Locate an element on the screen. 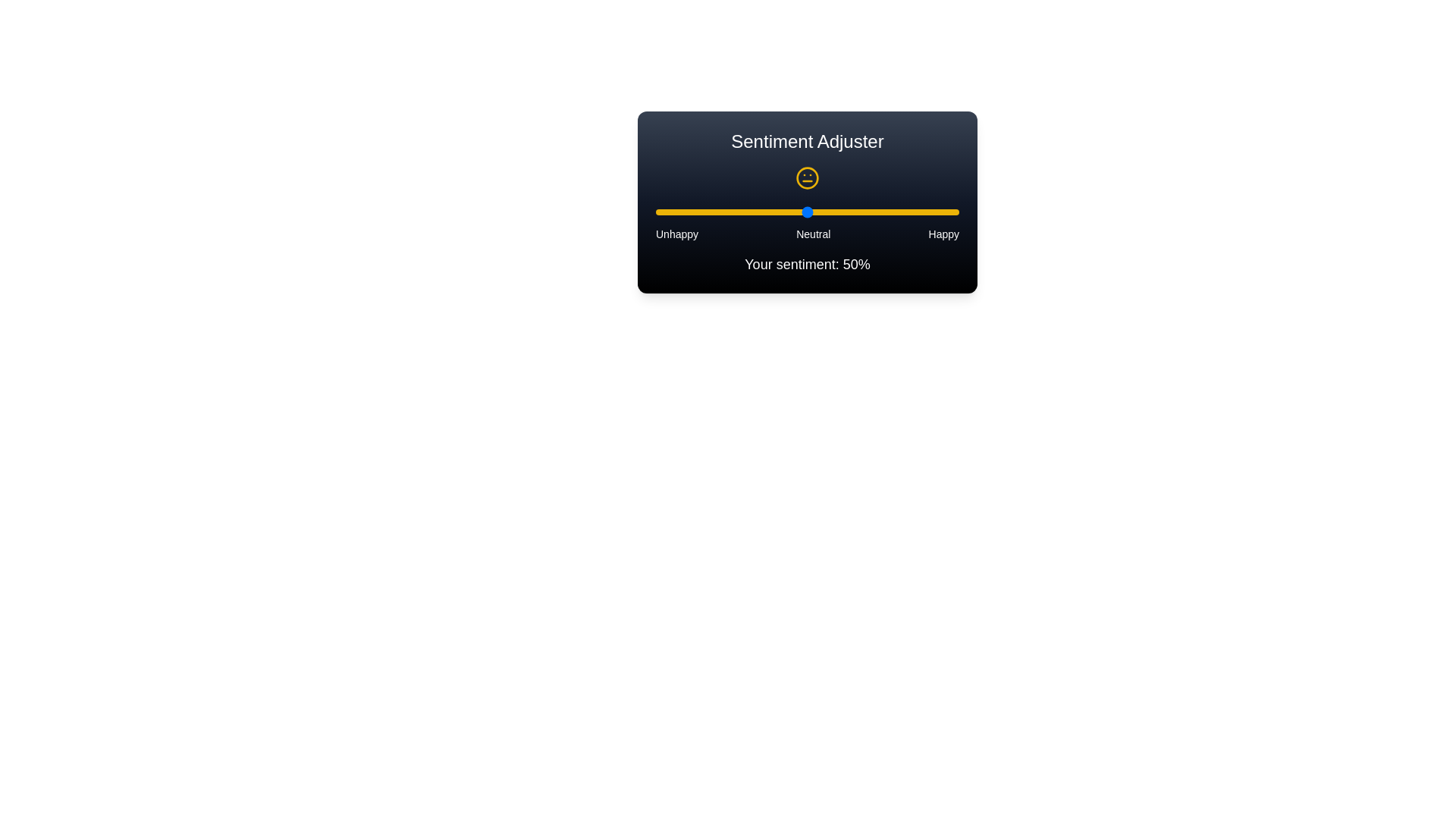 Image resolution: width=1456 pixels, height=819 pixels. the slider to set the sentiment value to 80 is located at coordinates (899, 212).